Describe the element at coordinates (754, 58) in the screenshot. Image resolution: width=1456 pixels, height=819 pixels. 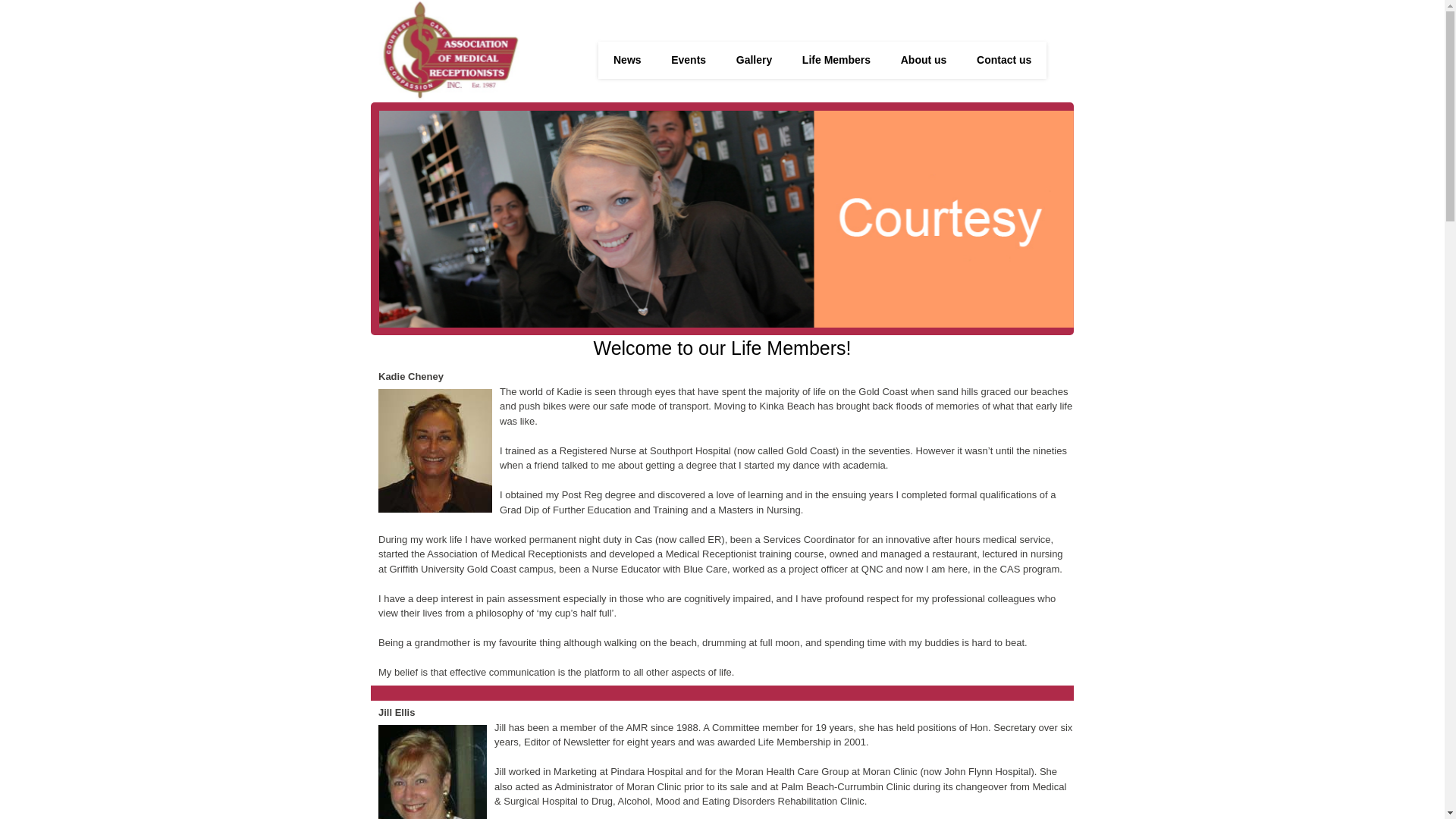
I see `'Gallery'` at that location.